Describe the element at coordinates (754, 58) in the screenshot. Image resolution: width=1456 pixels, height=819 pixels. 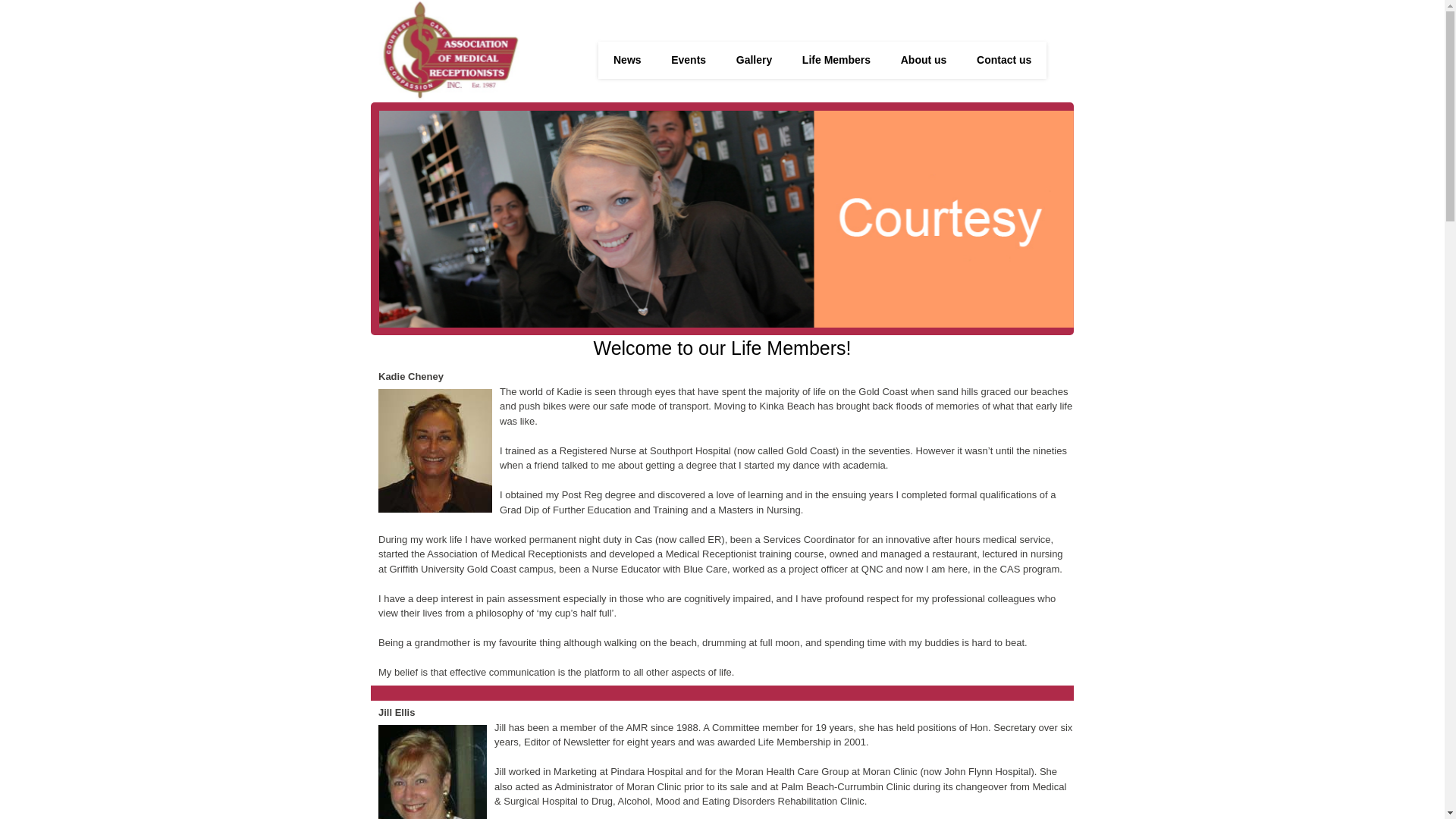
I see `'Gallery'` at that location.